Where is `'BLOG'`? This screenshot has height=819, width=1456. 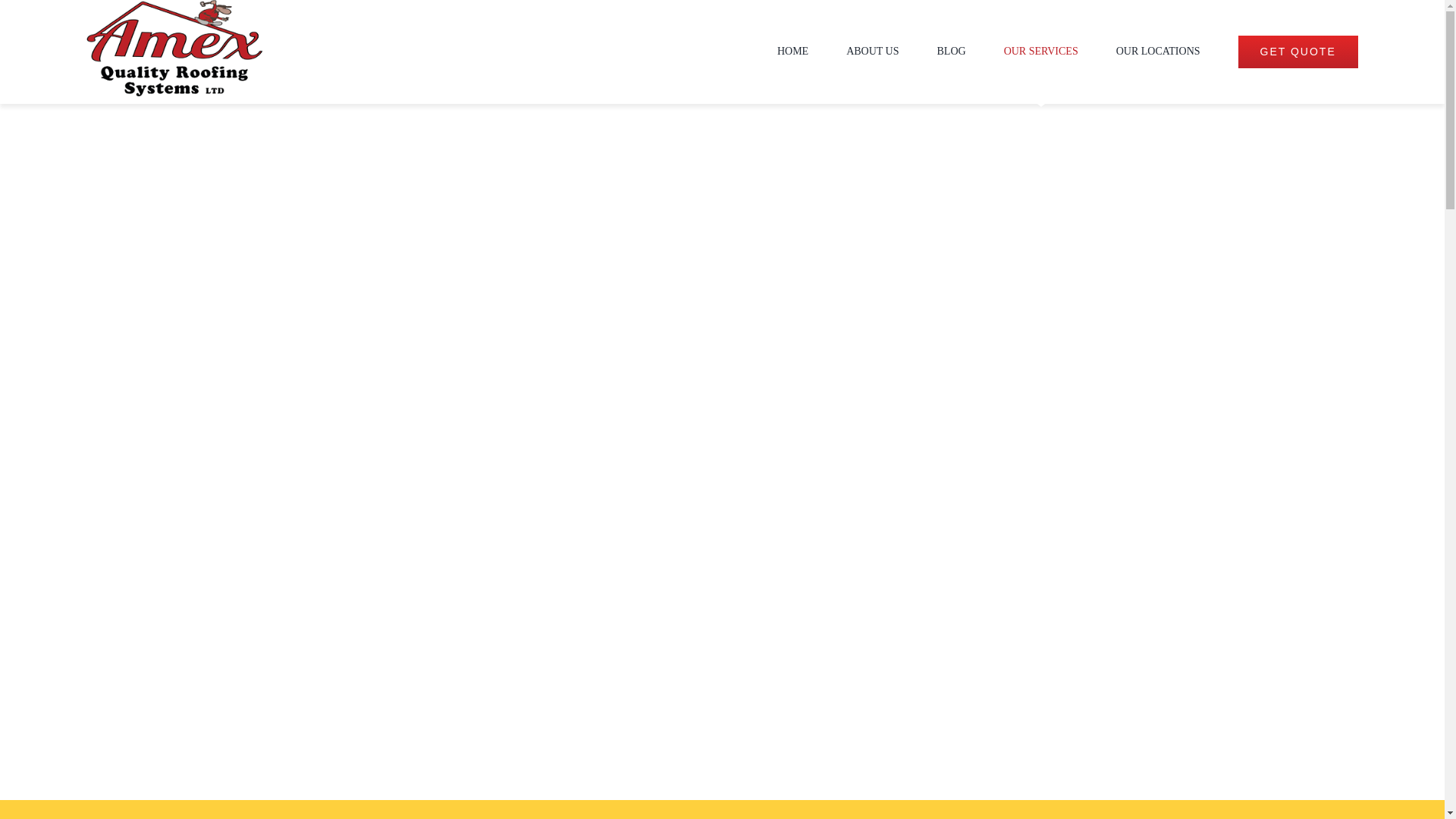
'BLOG' is located at coordinates (950, 51).